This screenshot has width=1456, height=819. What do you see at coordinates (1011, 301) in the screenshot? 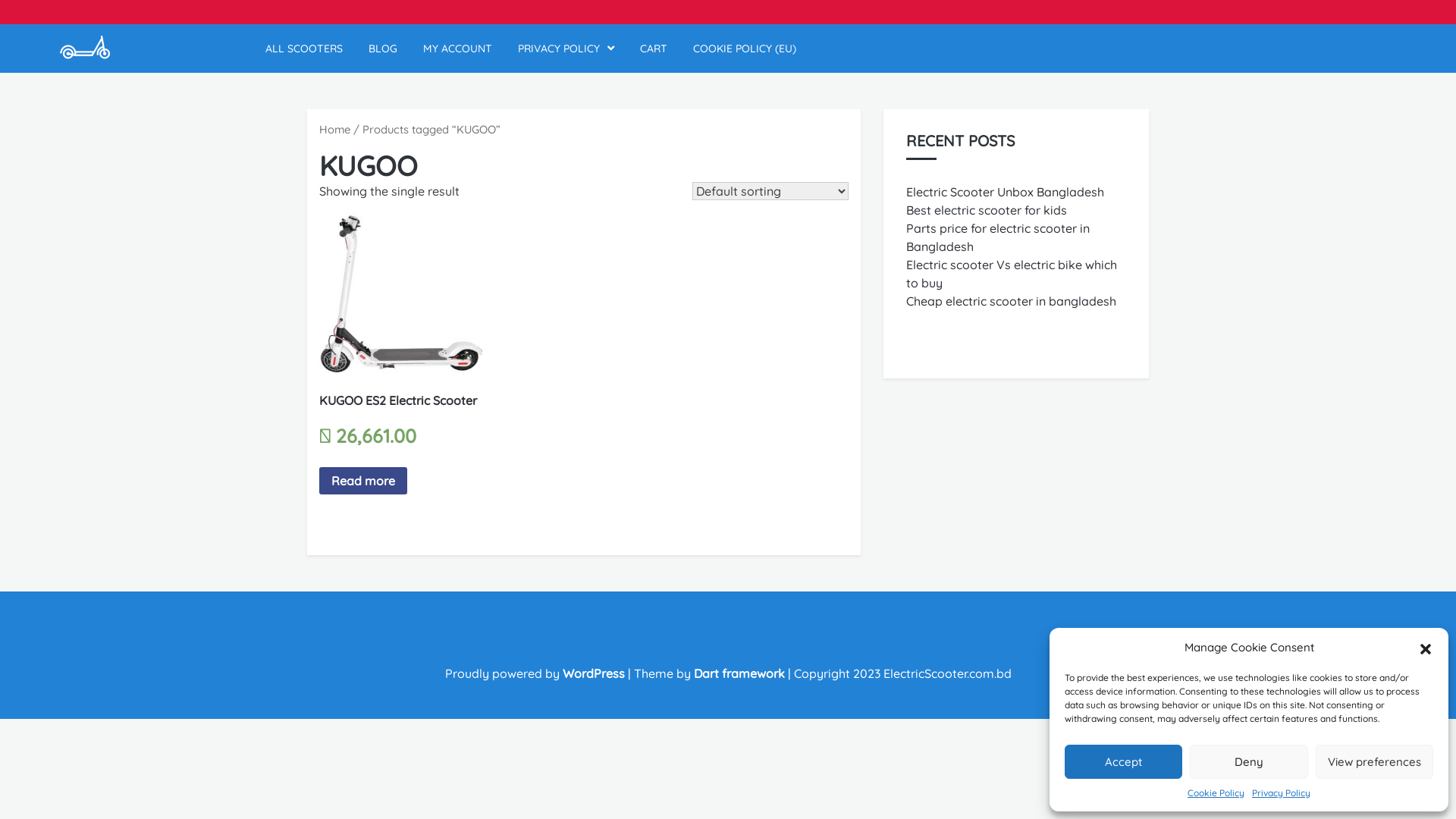
I see `'Cheap electric scooter in bangladesh'` at bounding box center [1011, 301].